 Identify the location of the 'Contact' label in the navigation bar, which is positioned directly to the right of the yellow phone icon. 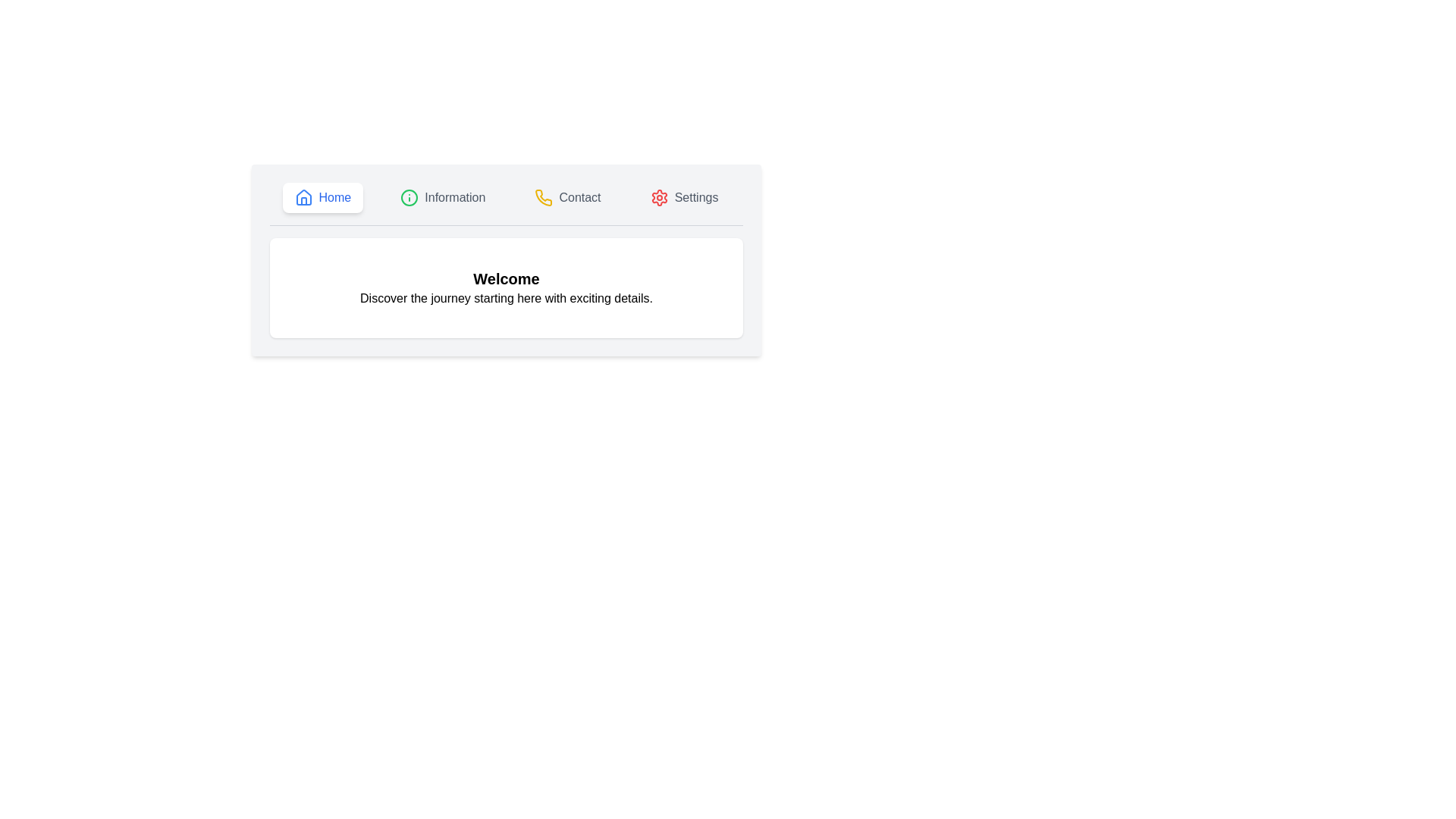
(579, 197).